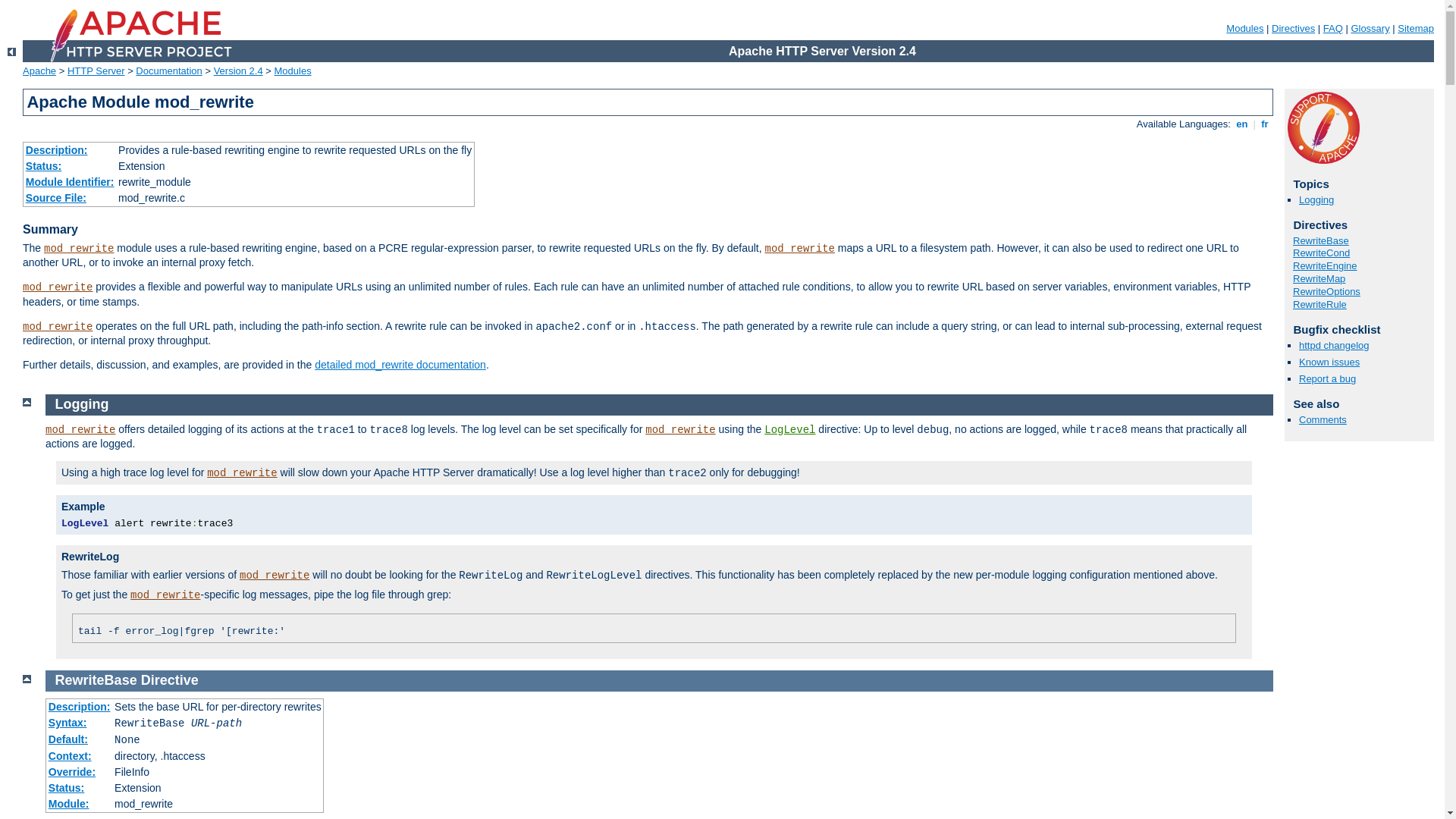  Describe the element at coordinates (165, 595) in the screenshot. I see `'mod_rewrite'` at that location.